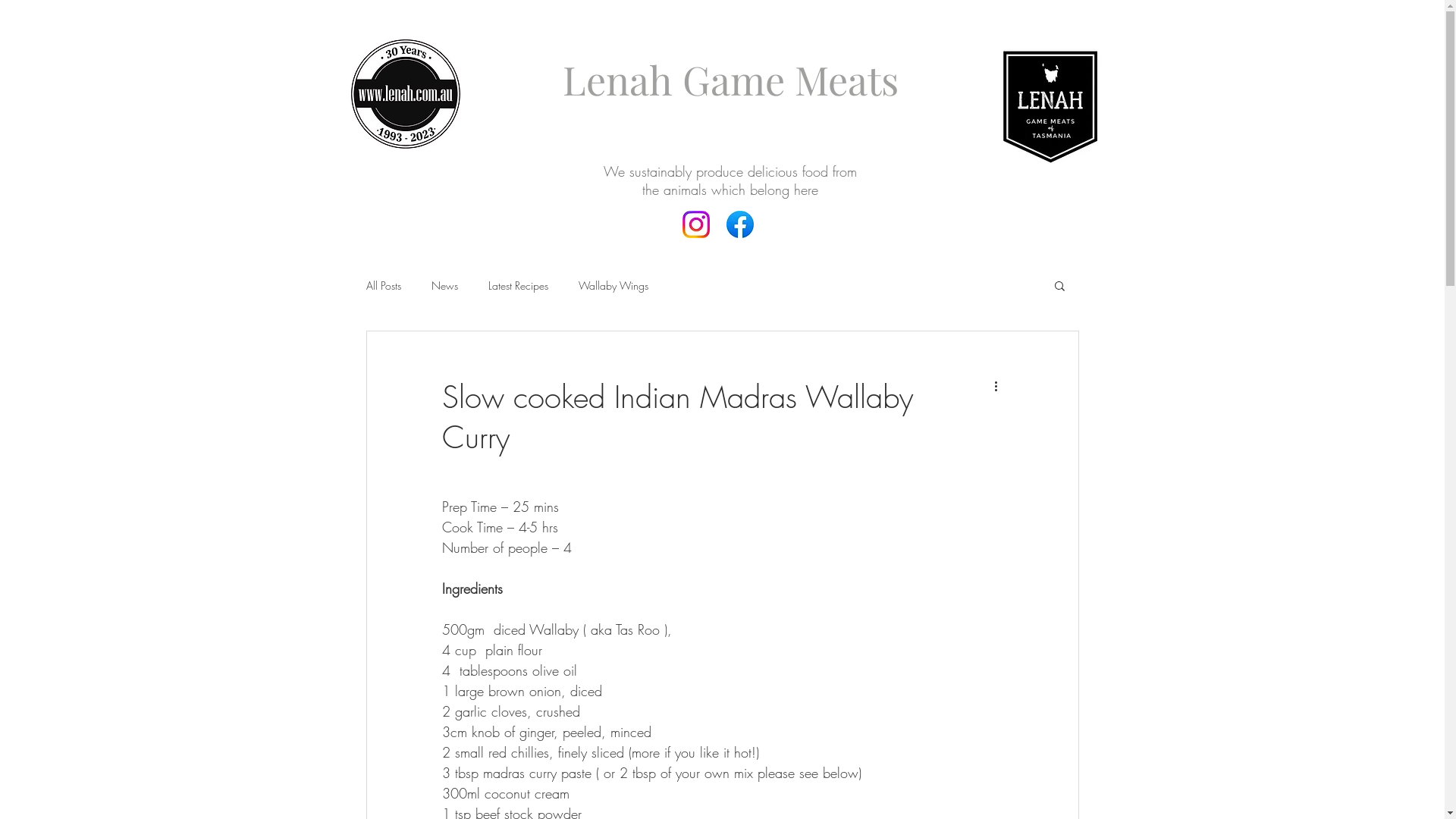  What do you see at coordinates (365, 284) in the screenshot?
I see `'All Posts'` at bounding box center [365, 284].